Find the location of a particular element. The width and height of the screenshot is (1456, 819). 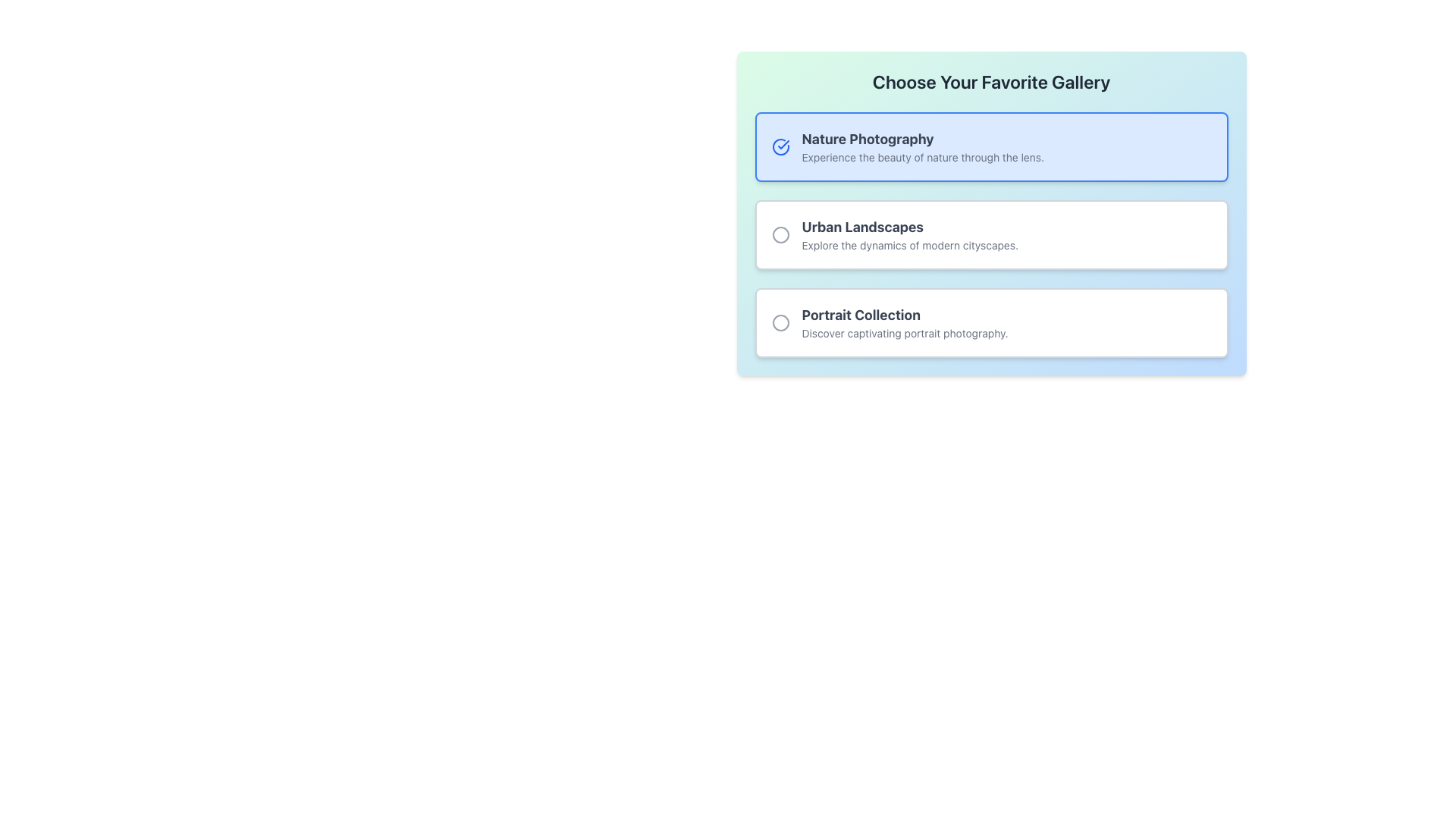

the visual indicator icon representing the selected state for the list item associated with the text 'Nature Photography Experience the beauty of nature through the lens.' is located at coordinates (780, 146).